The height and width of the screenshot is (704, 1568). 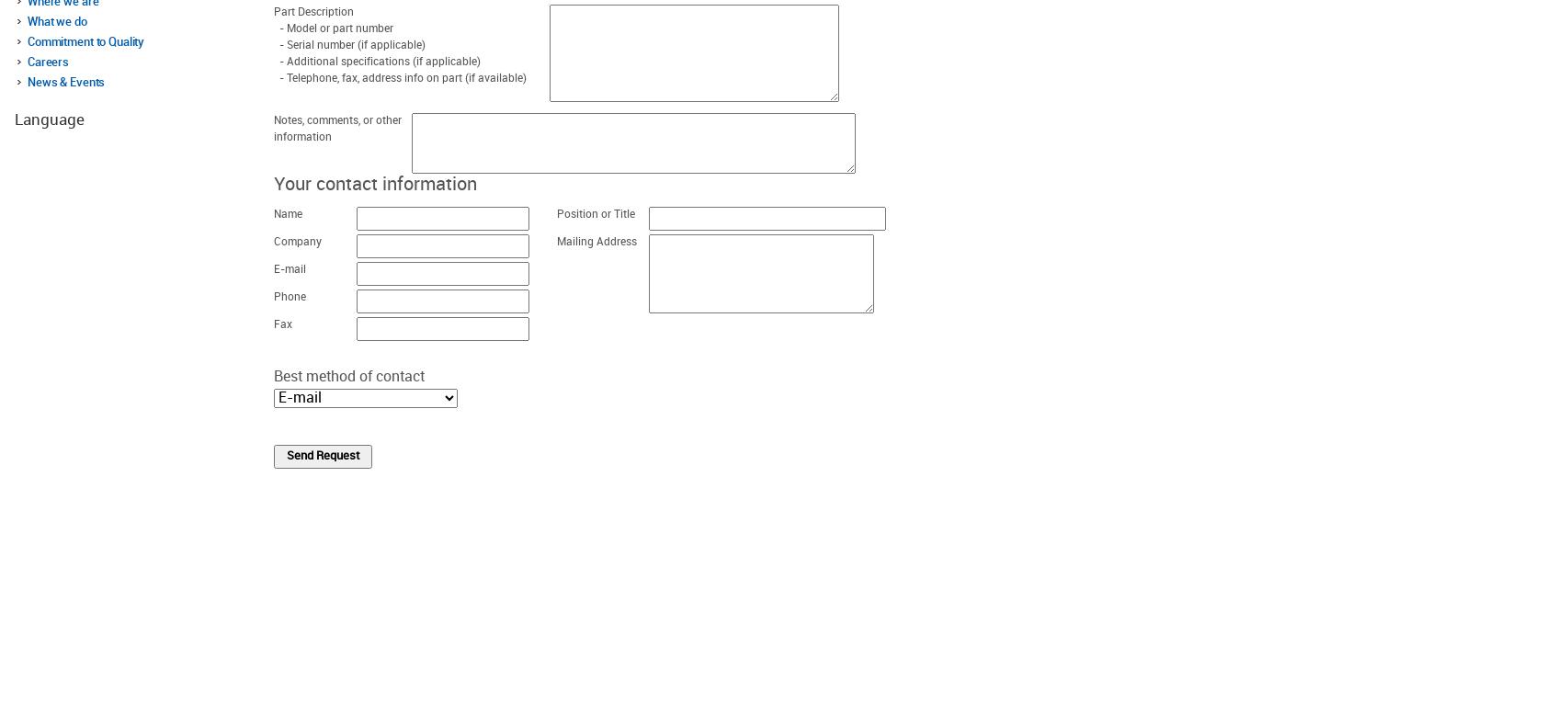 What do you see at coordinates (56, 19) in the screenshot?
I see `'What we do'` at bounding box center [56, 19].